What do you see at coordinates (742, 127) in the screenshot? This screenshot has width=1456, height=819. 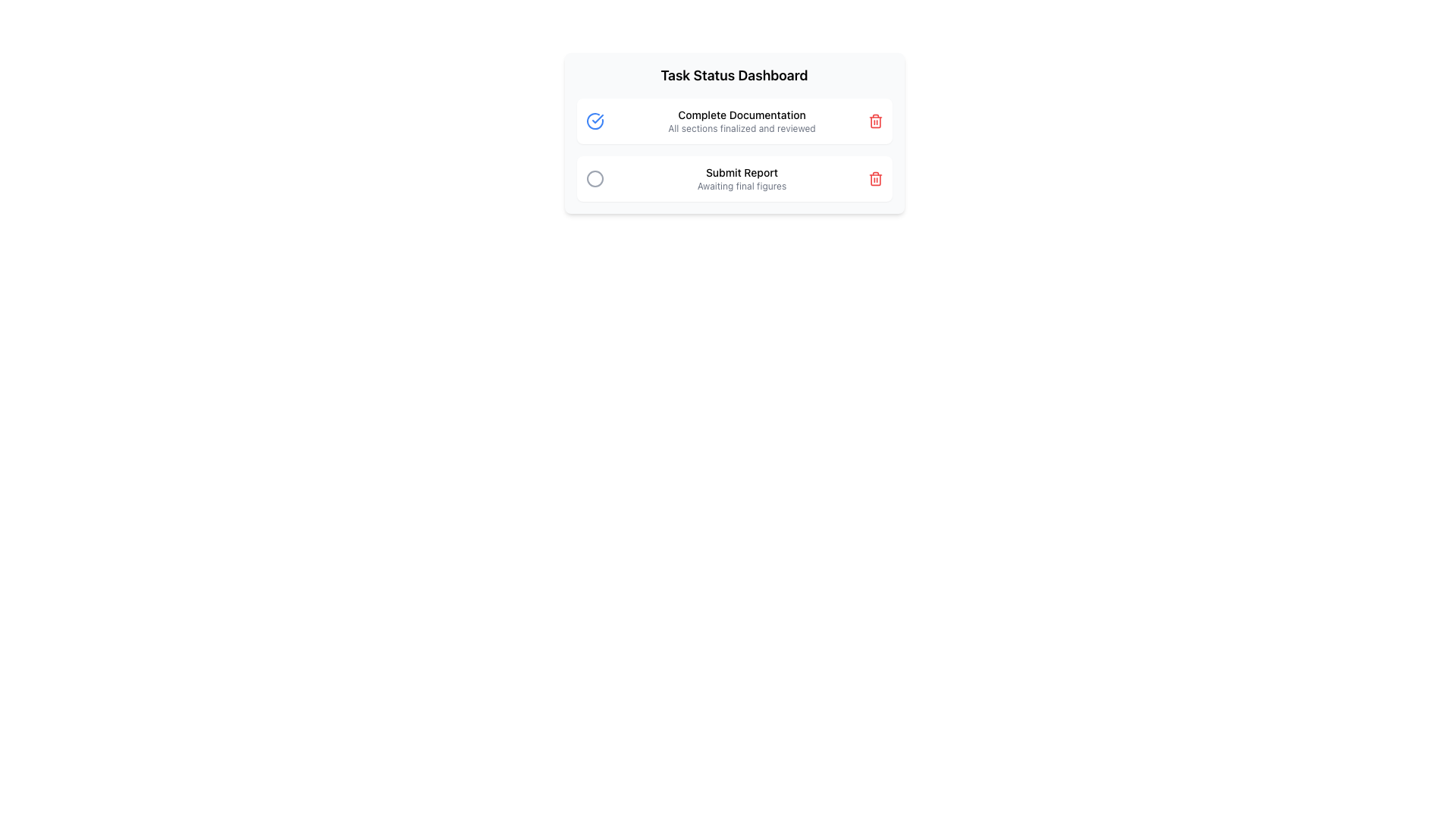 I see `the static text that says 'All sections finalized and reviewed', which is styled with a small font size and grey color, positioned directly below the 'Complete Documentation' title` at bounding box center [742, 127].